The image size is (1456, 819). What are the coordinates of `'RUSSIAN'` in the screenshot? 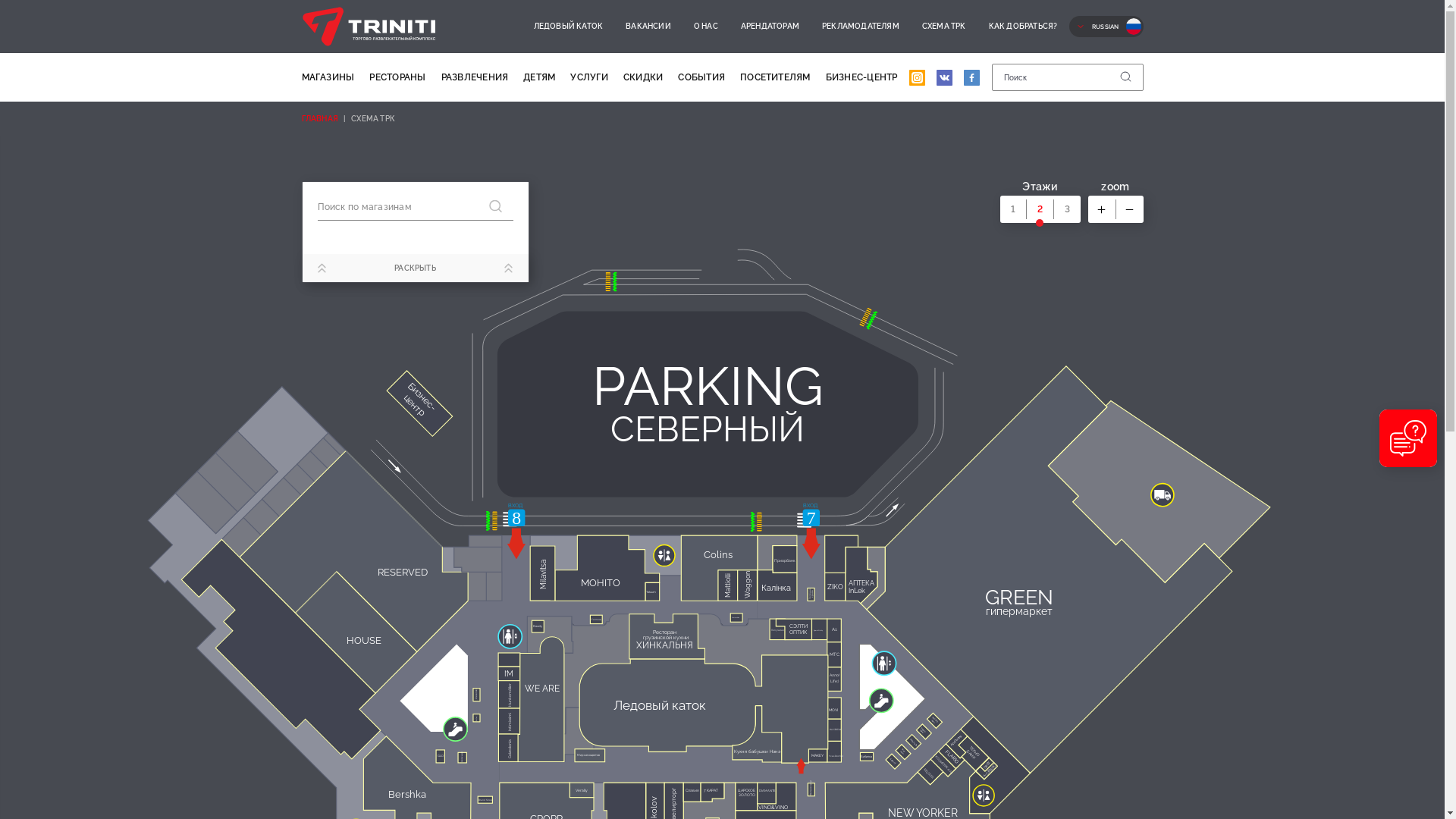 It's located at (1106, 26).